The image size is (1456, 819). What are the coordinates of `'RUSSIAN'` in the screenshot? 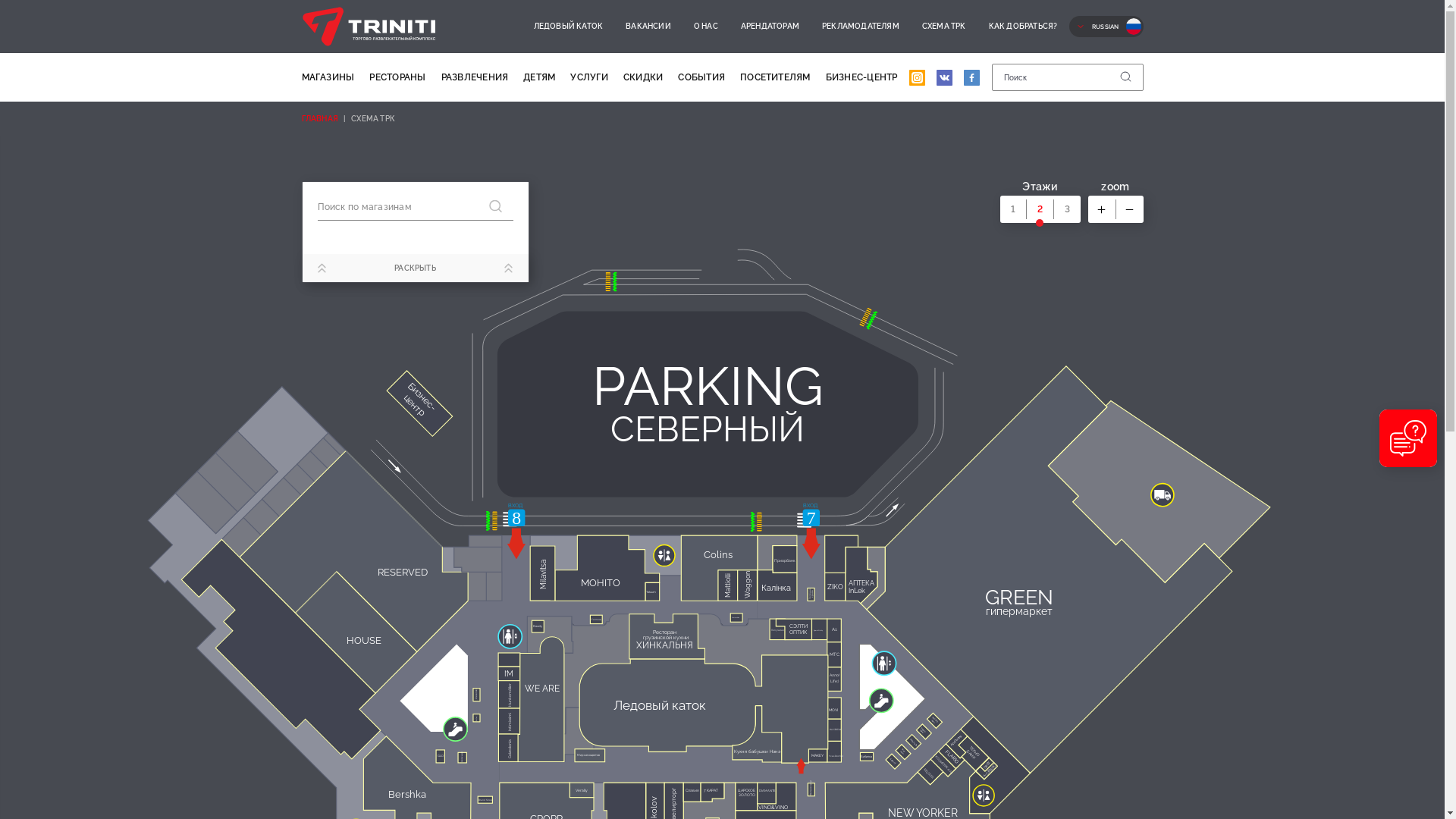 It's located at (1106, 26).